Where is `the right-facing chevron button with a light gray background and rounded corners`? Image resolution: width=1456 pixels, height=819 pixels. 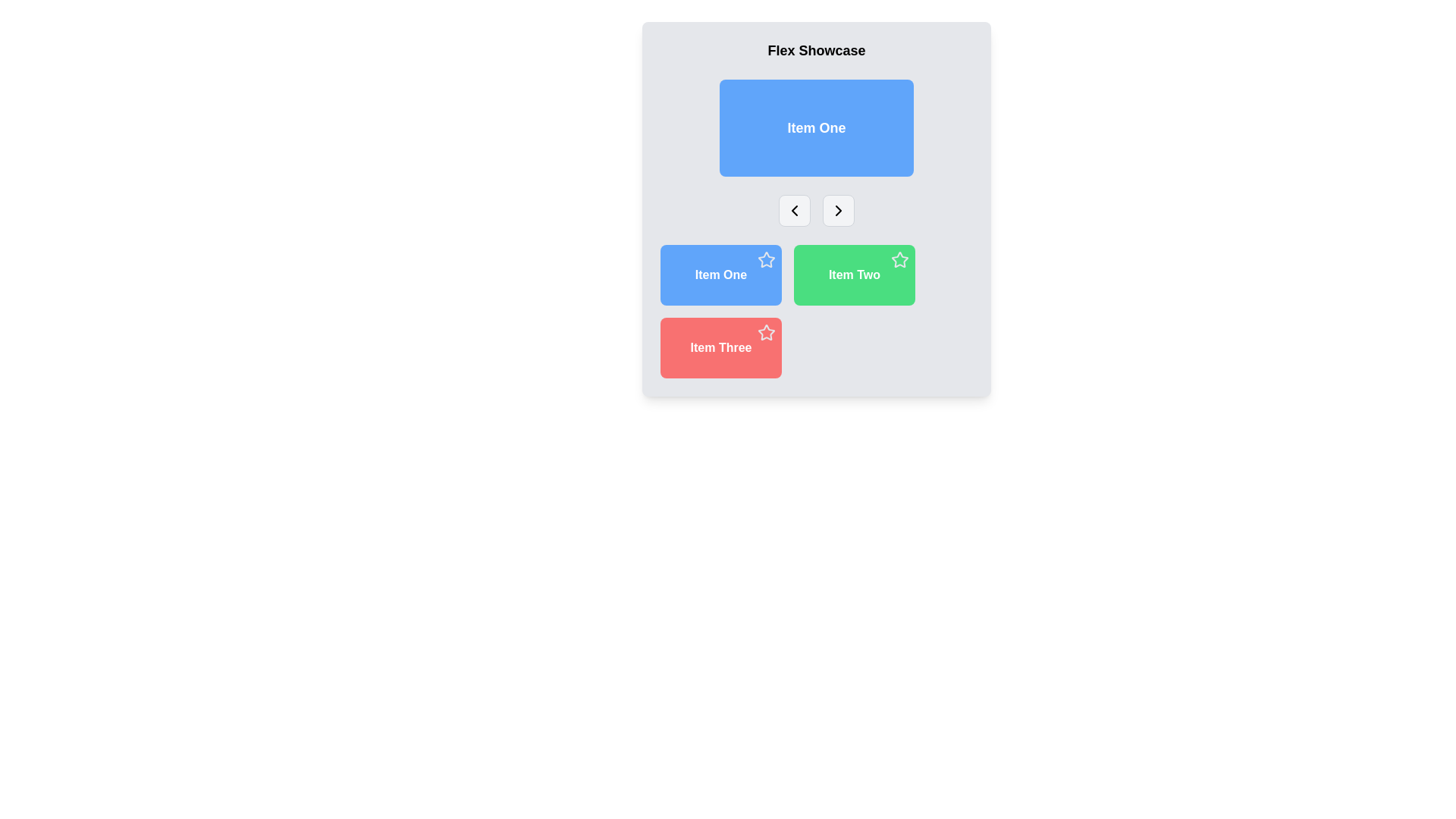
the right-facing chevron button with a light gray background and rounded corners is located at coordinates (837, 210).